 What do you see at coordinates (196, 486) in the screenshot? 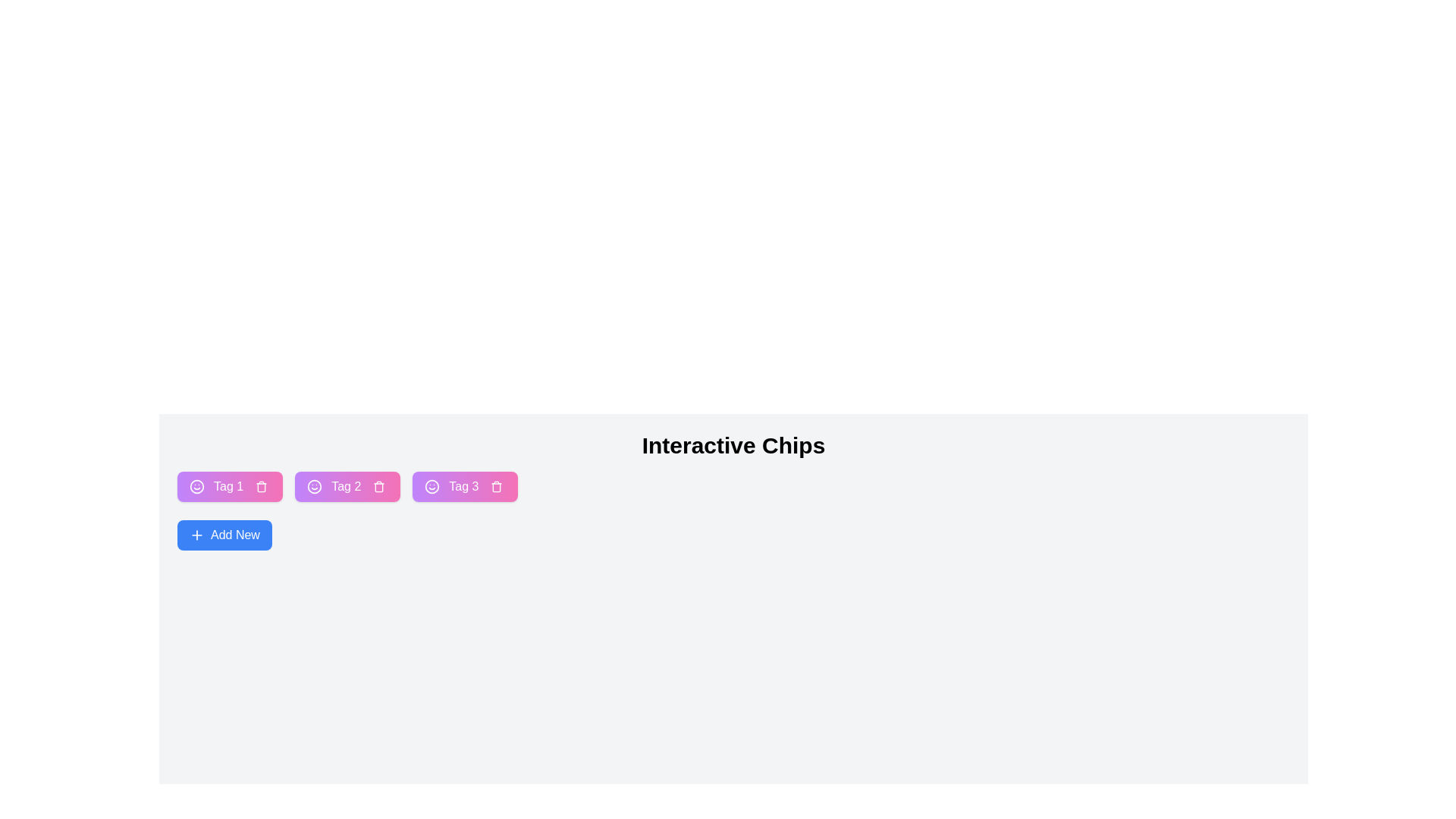
I see `the smile icon of the chip labeled Tag 1` at bounding box center [196, 486].